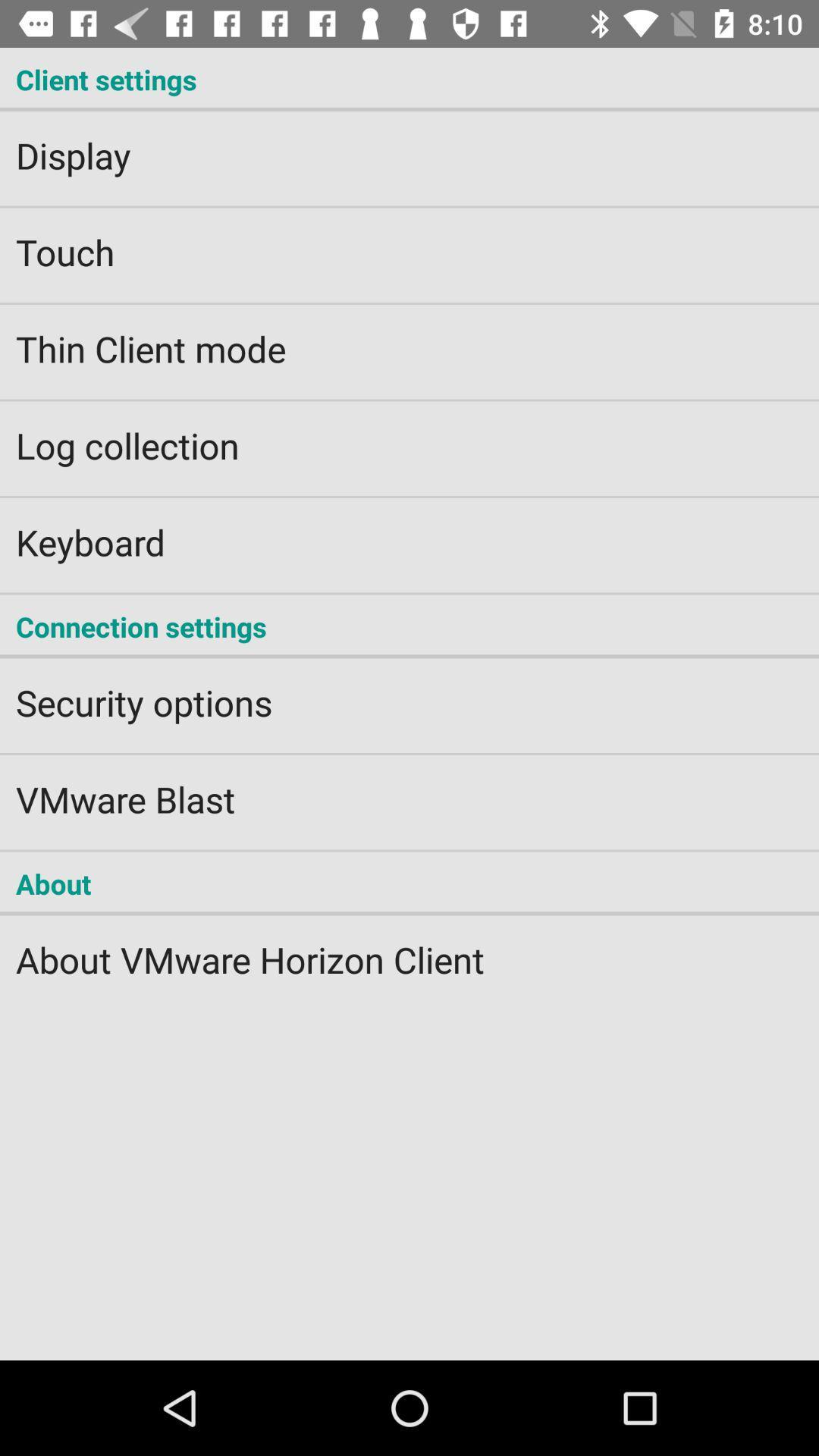 This screenshot has width=819, height=1456. Describe the element at coordinates (409, 79) in the screenshot. I see `icon above display icon` at that location.